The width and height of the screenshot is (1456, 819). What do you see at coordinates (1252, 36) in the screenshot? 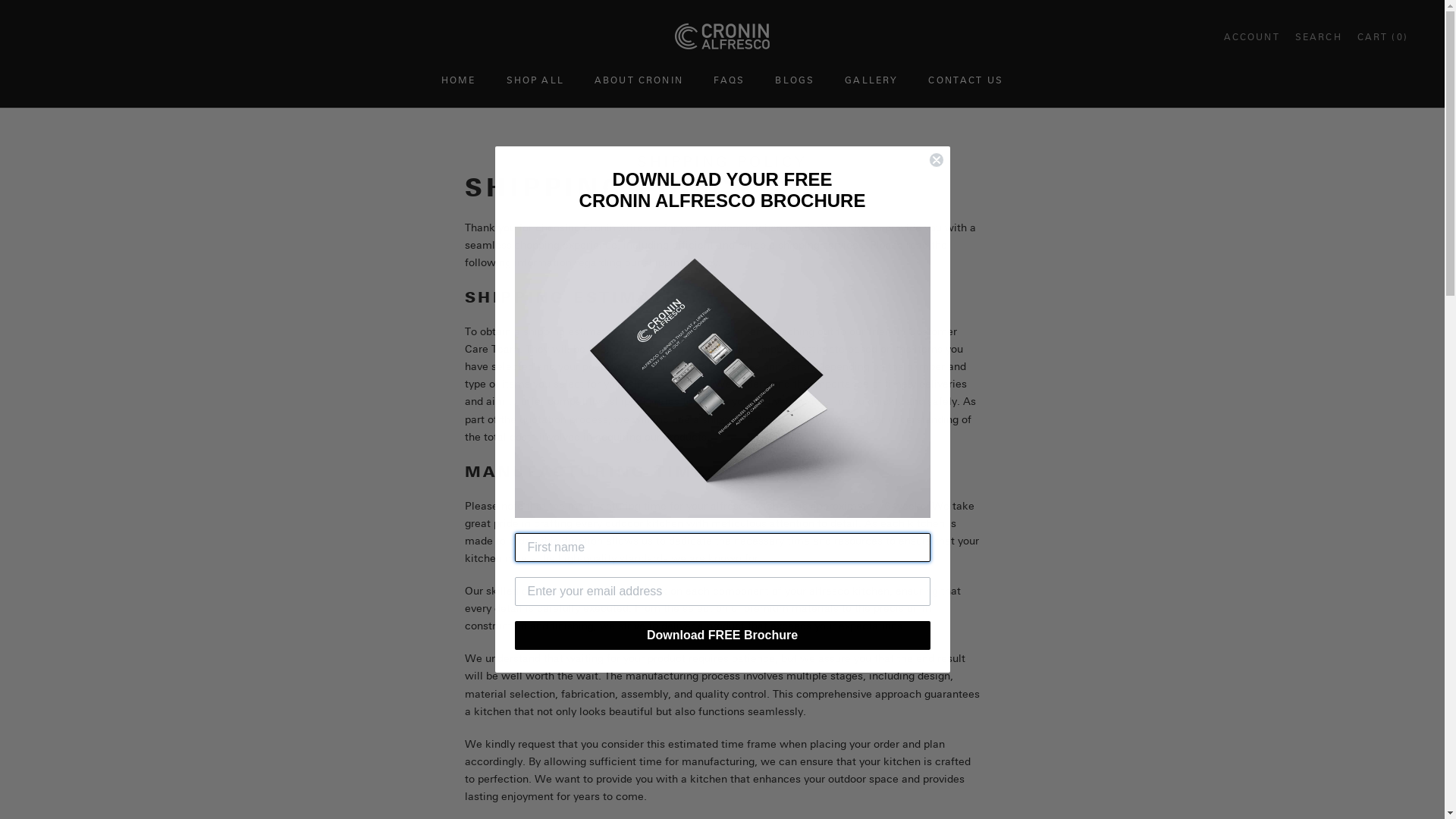
I see `'Open account page` at bounding box center [1252, 36].